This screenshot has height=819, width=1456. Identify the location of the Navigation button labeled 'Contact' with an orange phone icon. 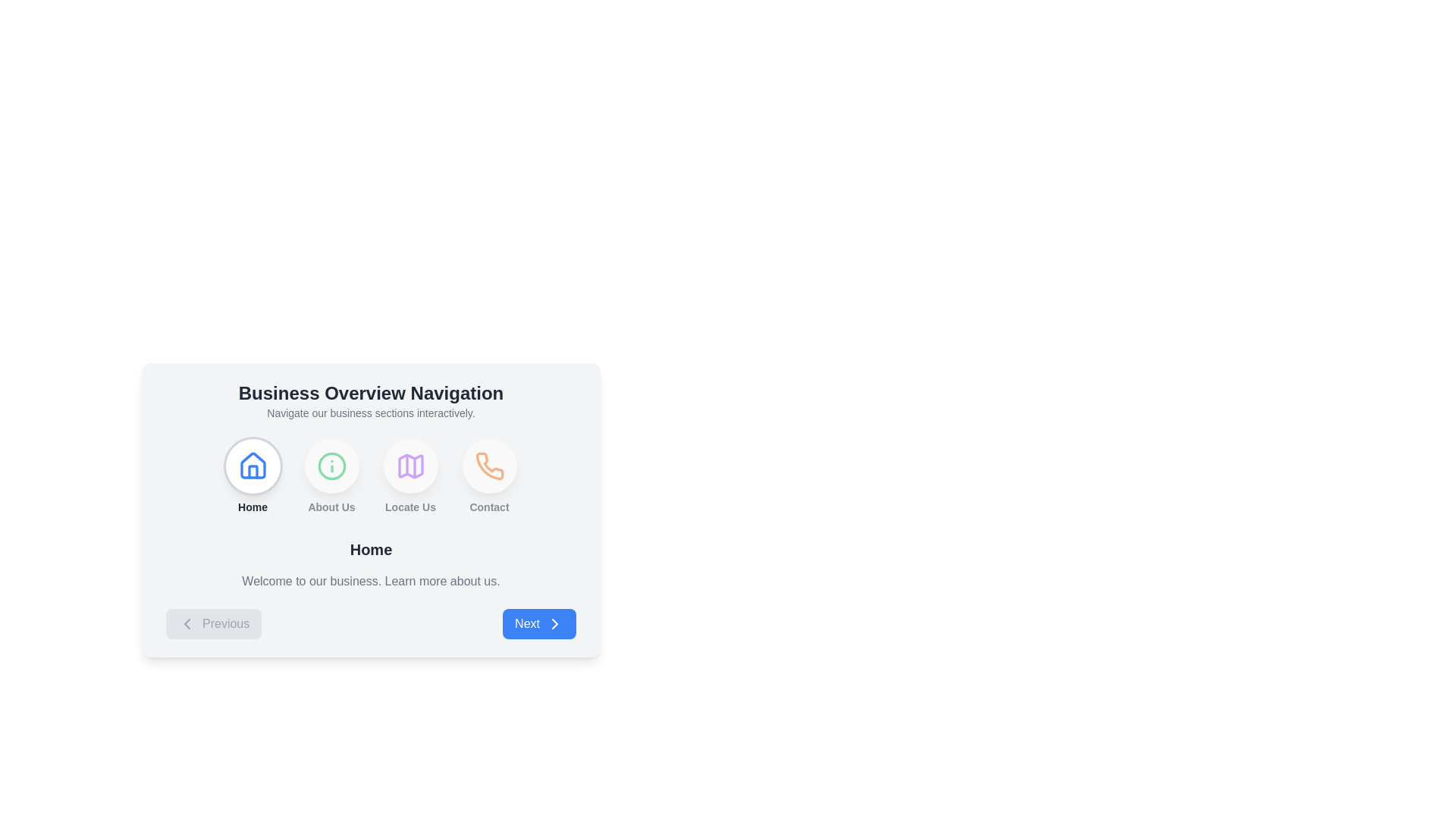
(489, 475).